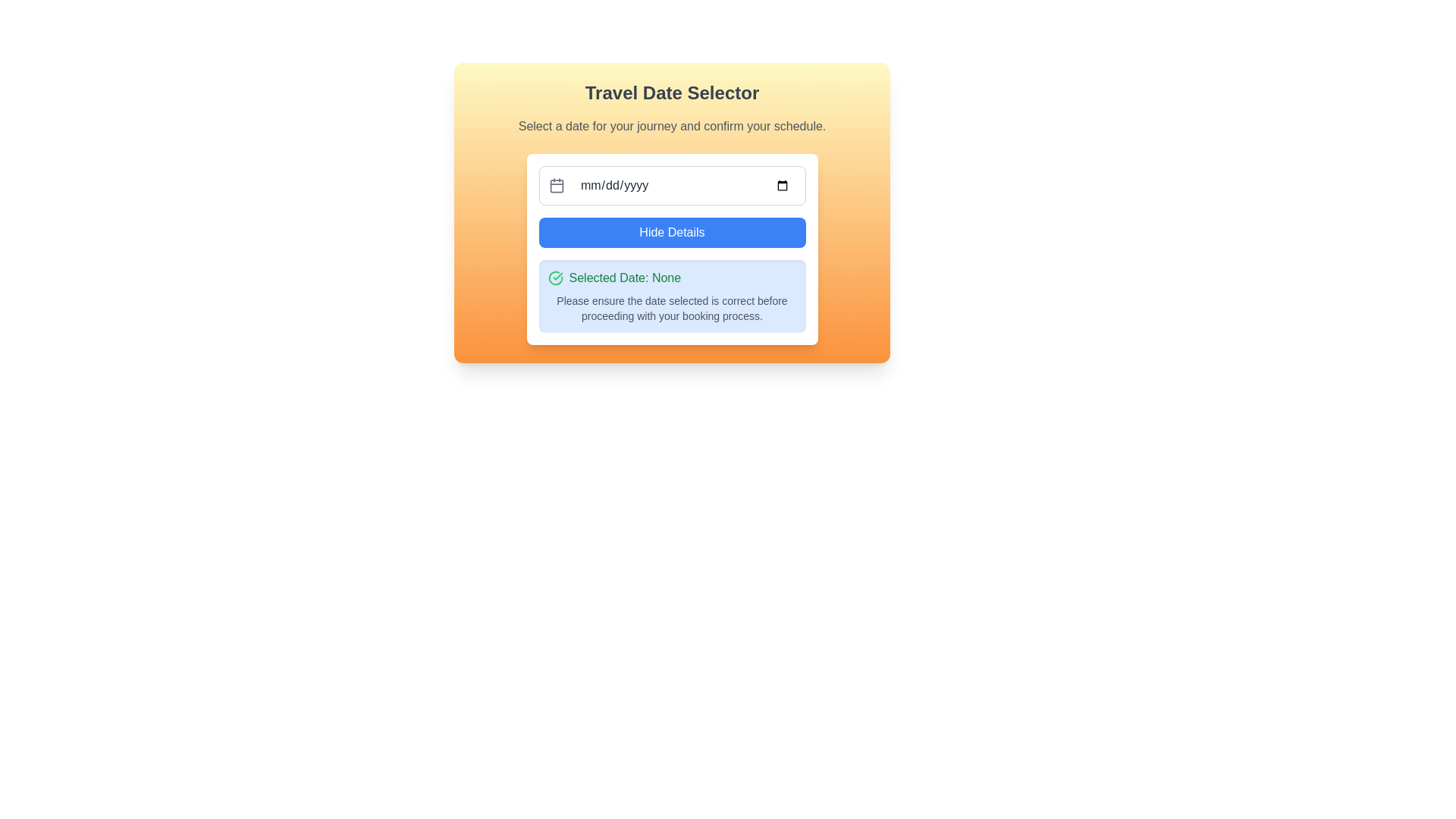 The image size is (1456, 819). Describe the element at coordinates (671, 125) in the screenshot. I see `the static text display that reads 'Select a date for your journey and confirm your schedule.' which is positioned below the title 'Travel Date Selector'` at that location.